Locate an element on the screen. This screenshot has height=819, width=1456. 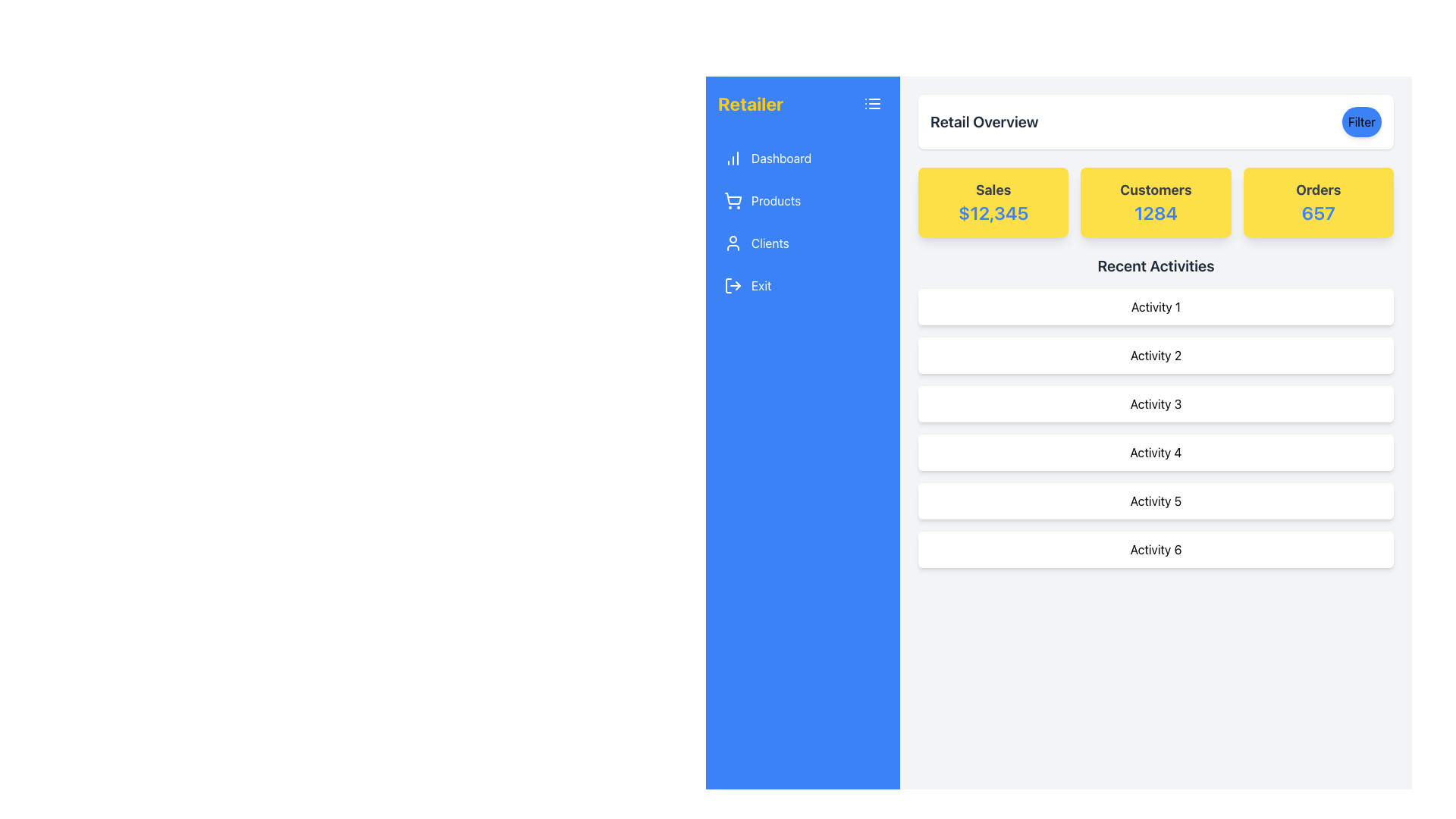
the 'Products' menu item located in the sidebar, which is the second item in the list is located at coordinates (802, 222).